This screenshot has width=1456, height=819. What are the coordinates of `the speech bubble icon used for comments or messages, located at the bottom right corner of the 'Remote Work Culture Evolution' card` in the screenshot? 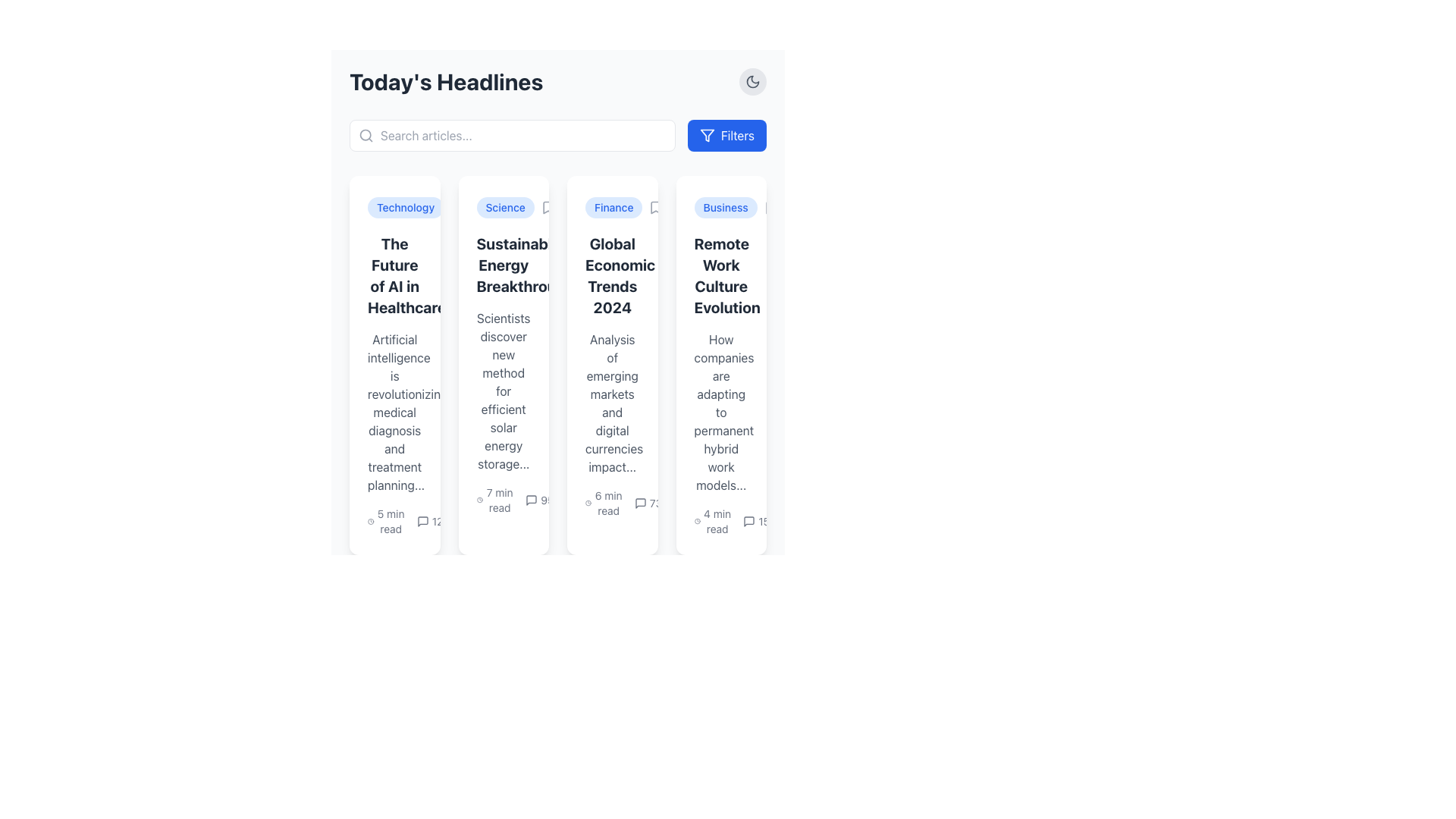 It's located at (749, 520).